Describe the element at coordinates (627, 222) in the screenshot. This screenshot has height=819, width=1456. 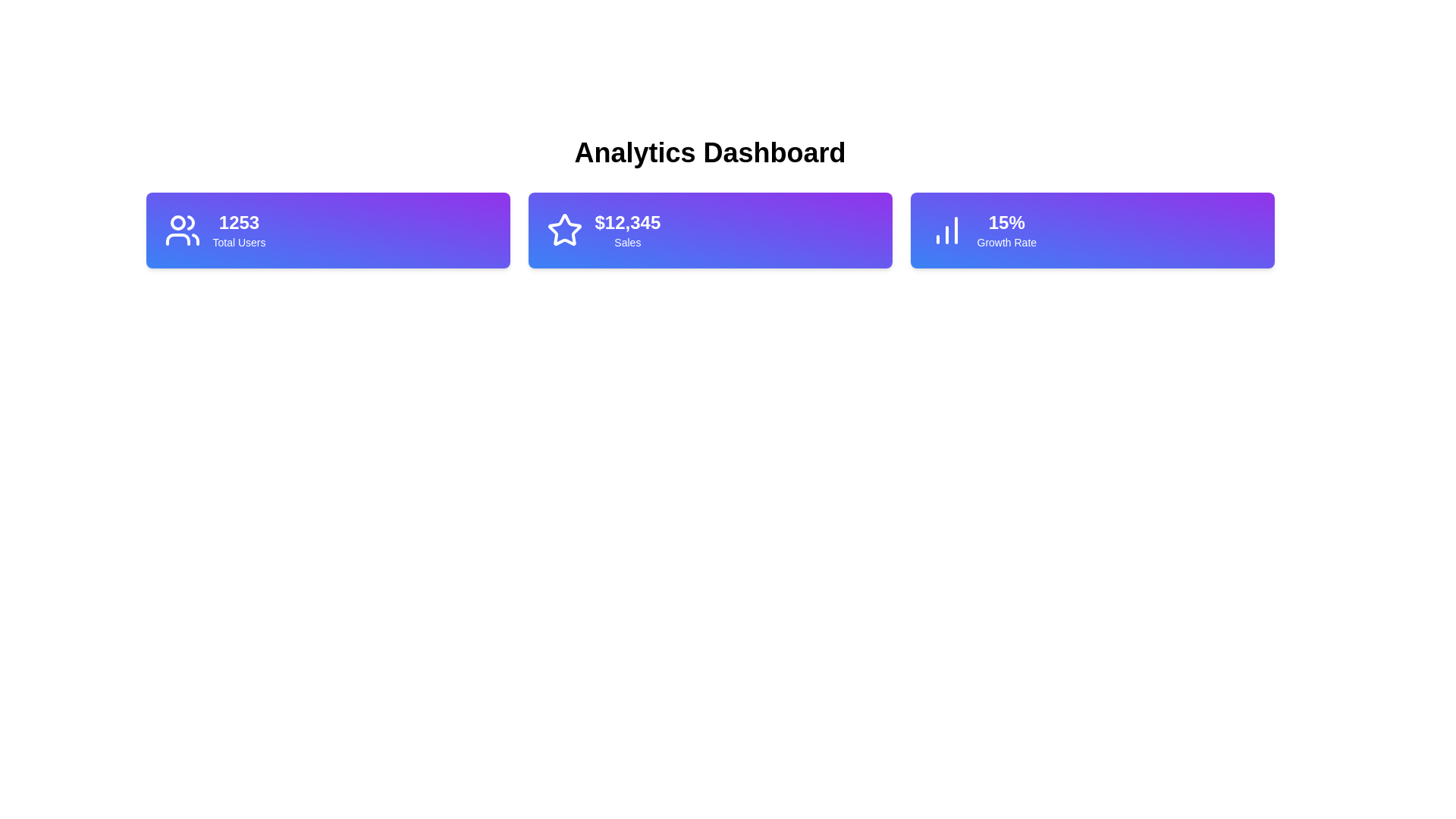
I see `the static text display showing the amount '$12,345' in bold, large font, which is prominently positioned under a star icon and above the smaller text 'Sales'` at that location.